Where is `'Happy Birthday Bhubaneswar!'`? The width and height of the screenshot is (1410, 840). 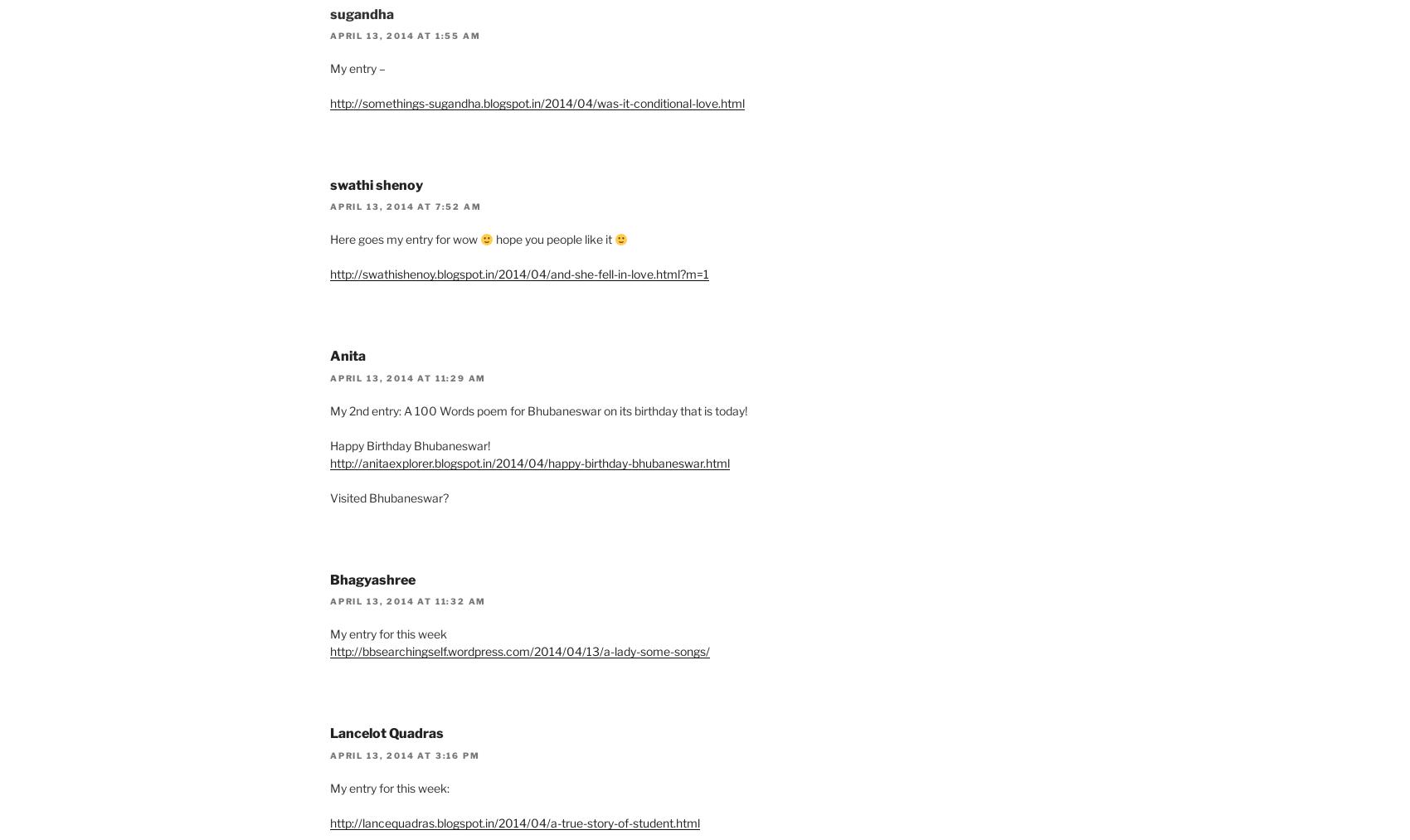
'Happy Birthday Bhubaneswar!' is located at coordinates (328, 444).